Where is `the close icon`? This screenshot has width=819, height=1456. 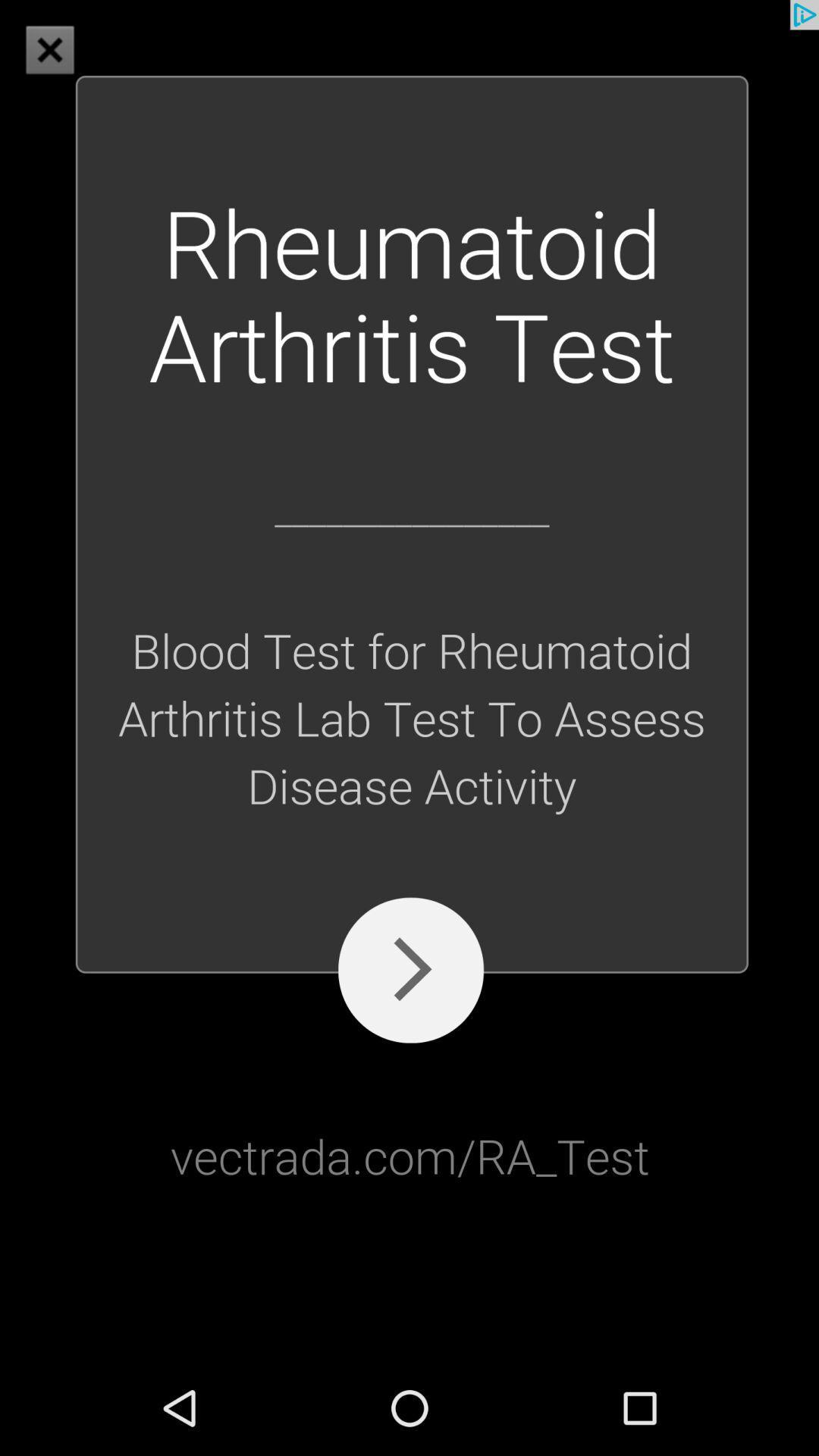
the close icon is located at coordinates (49, 53).